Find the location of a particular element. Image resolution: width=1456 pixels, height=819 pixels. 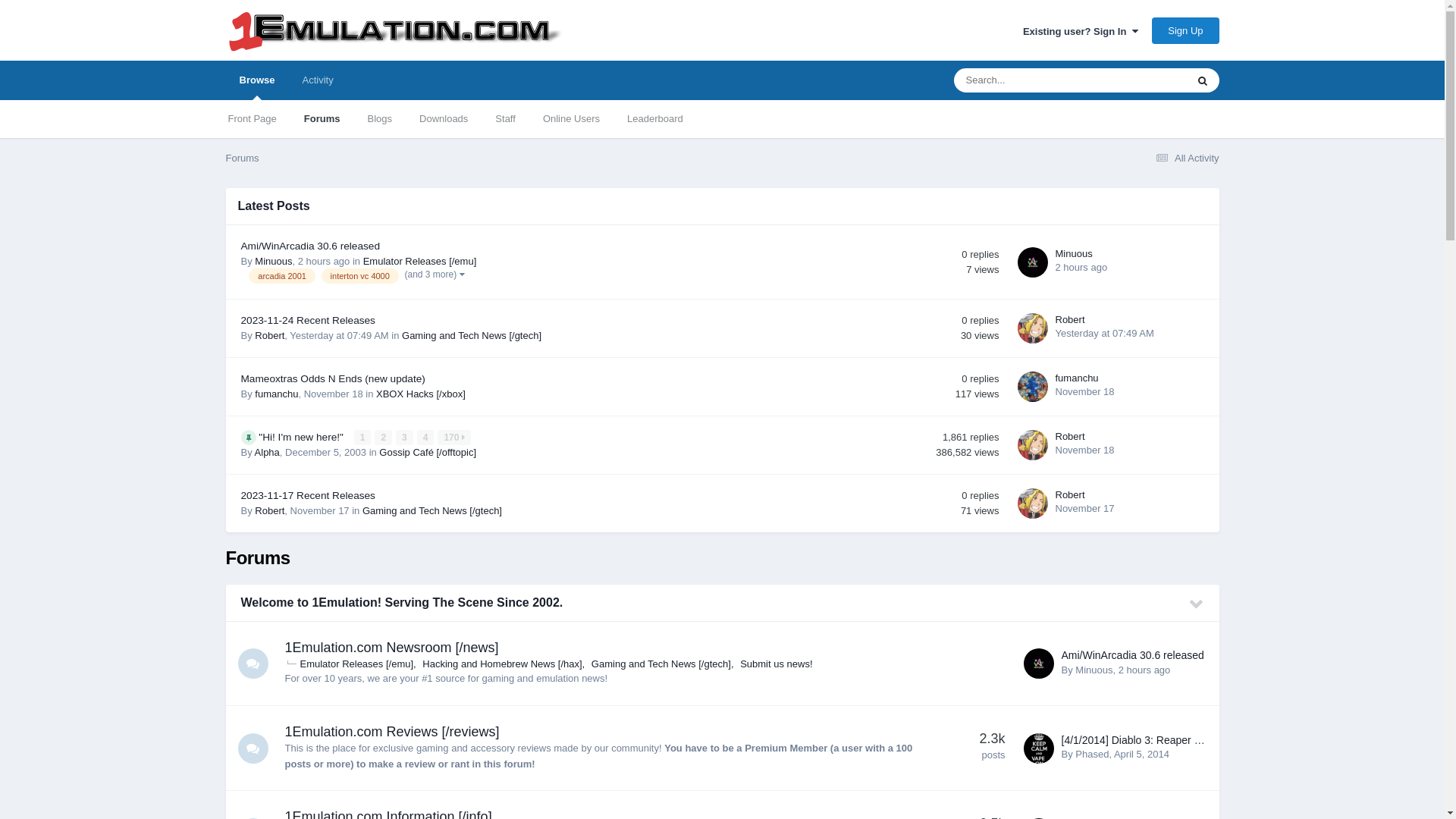

'Alpha' is located at coordinates (267, 451).